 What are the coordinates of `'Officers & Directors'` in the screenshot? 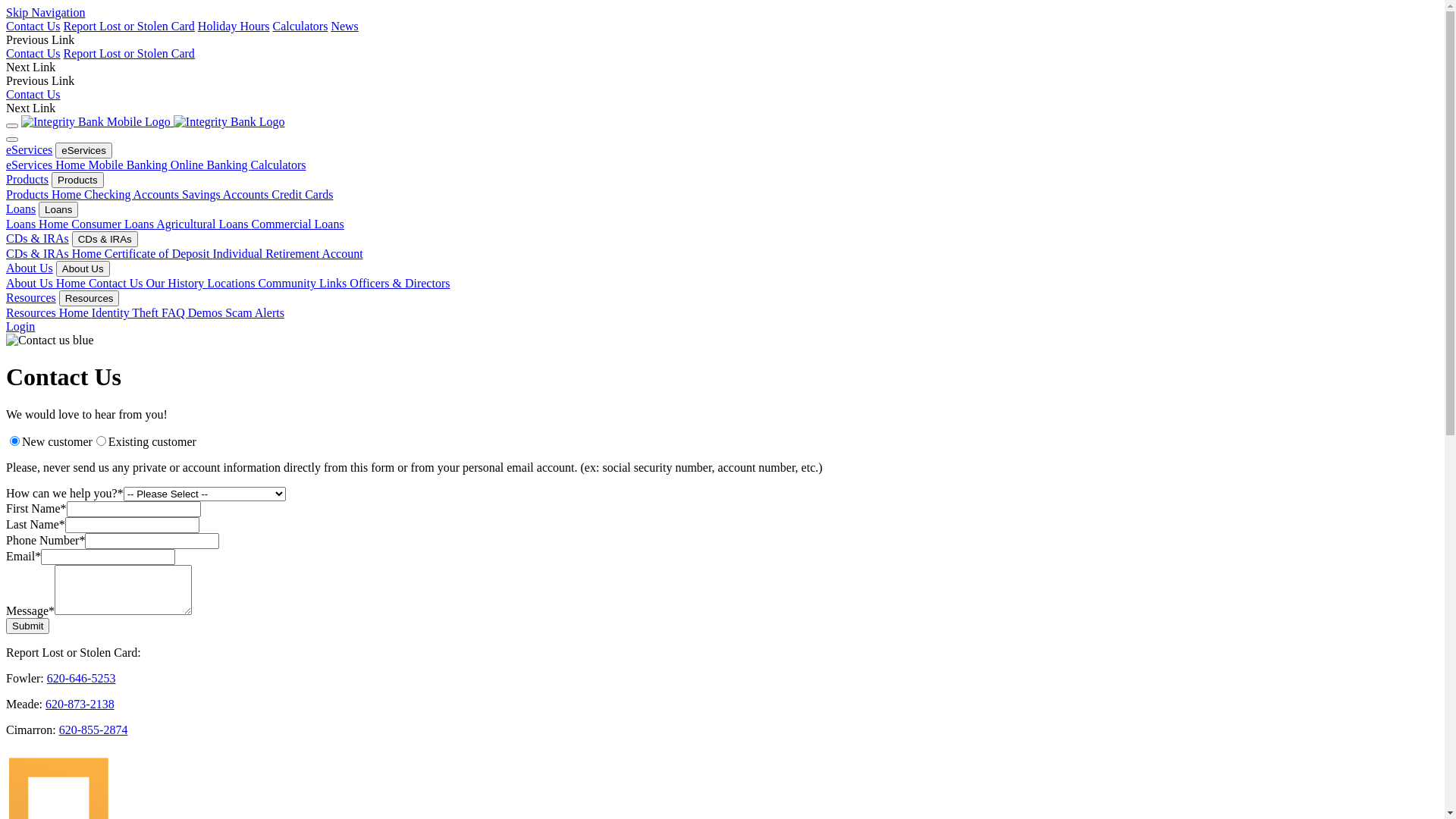 It's located at (400, 283).